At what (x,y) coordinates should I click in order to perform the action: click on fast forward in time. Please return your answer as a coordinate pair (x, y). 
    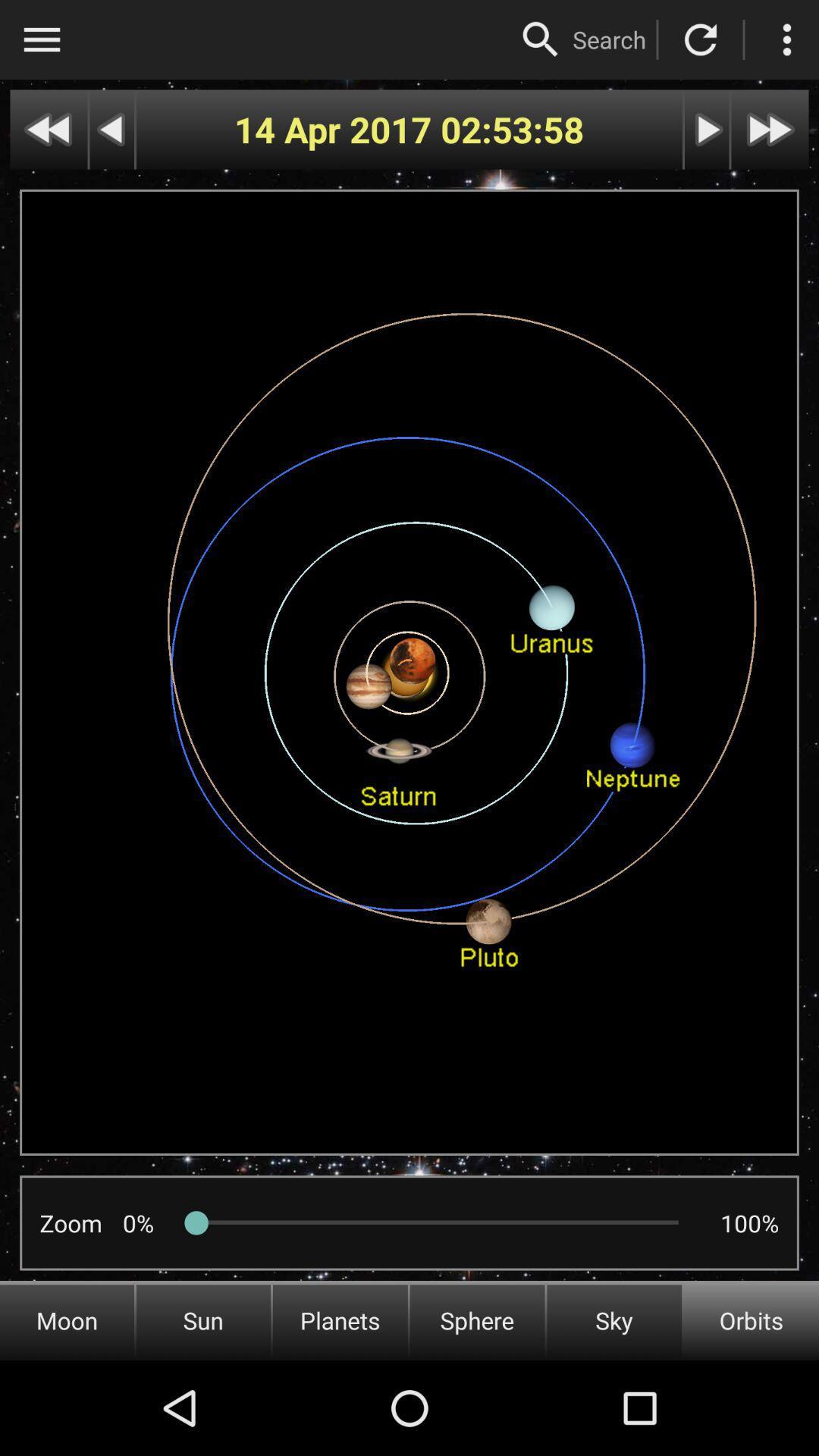
    Looking at the image, I should click on (770, 130).